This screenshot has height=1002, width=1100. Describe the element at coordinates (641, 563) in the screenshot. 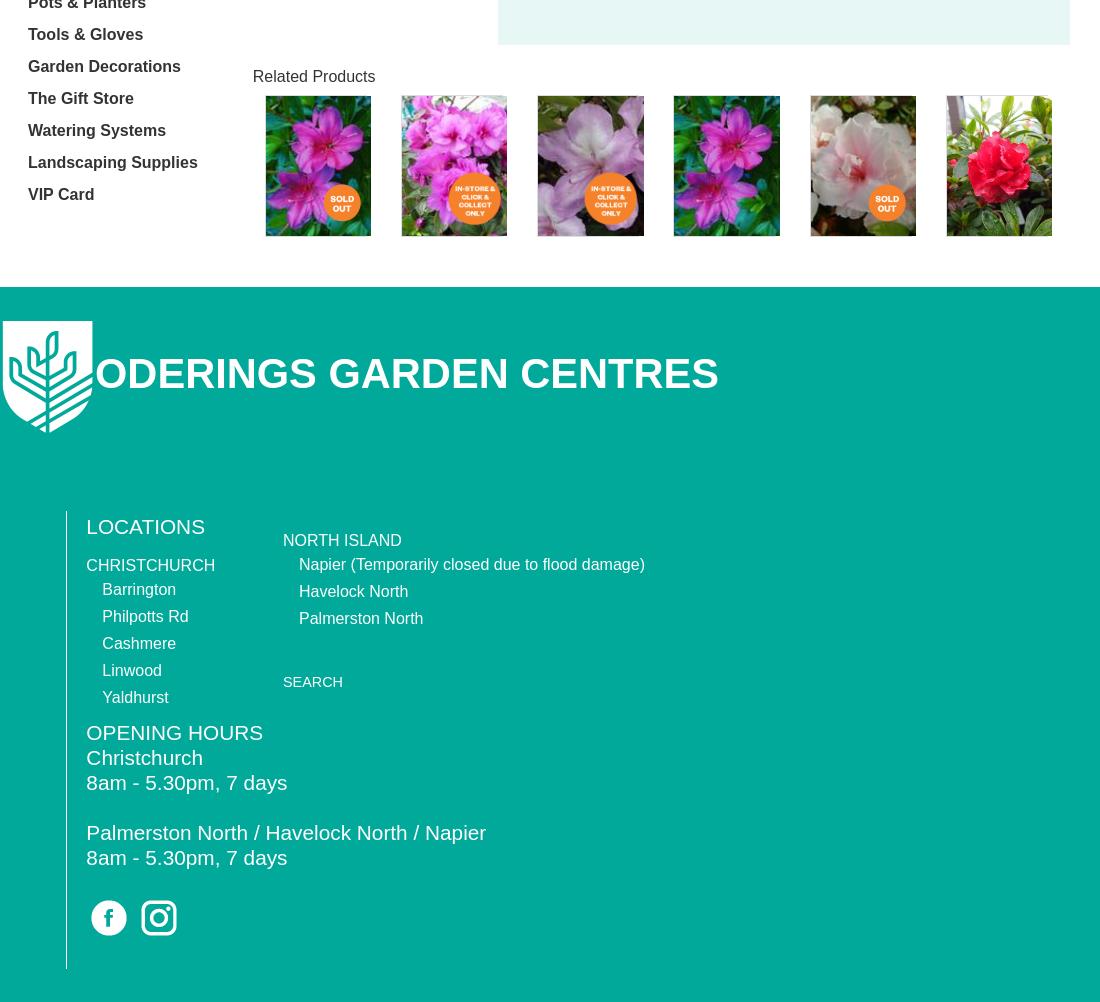

I see `')'` at that location.